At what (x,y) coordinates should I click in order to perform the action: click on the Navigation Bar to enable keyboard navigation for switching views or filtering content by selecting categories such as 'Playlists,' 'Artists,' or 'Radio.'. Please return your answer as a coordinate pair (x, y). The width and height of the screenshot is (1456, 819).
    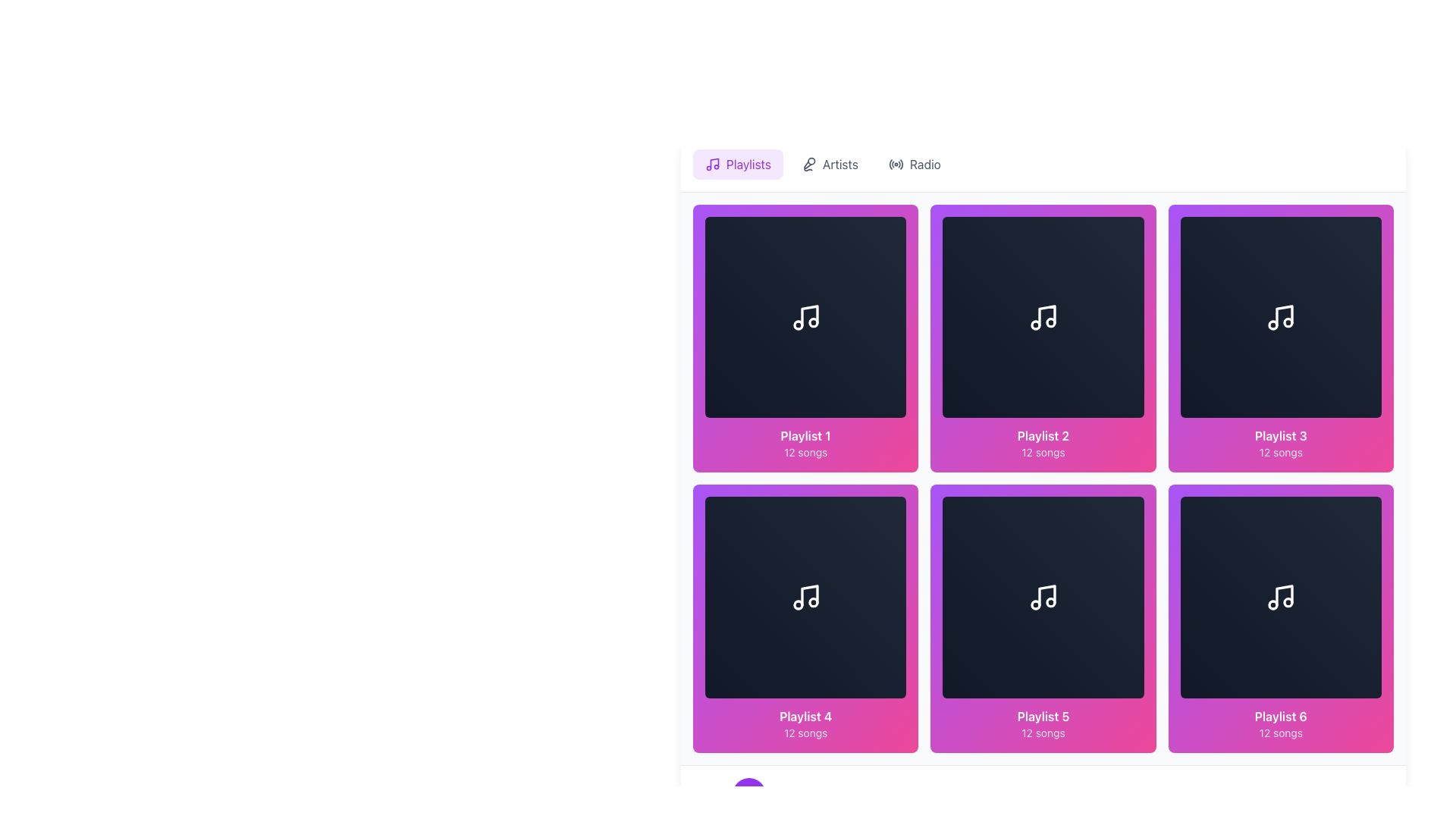
    Looking at the image, I should click on (1043, 164).